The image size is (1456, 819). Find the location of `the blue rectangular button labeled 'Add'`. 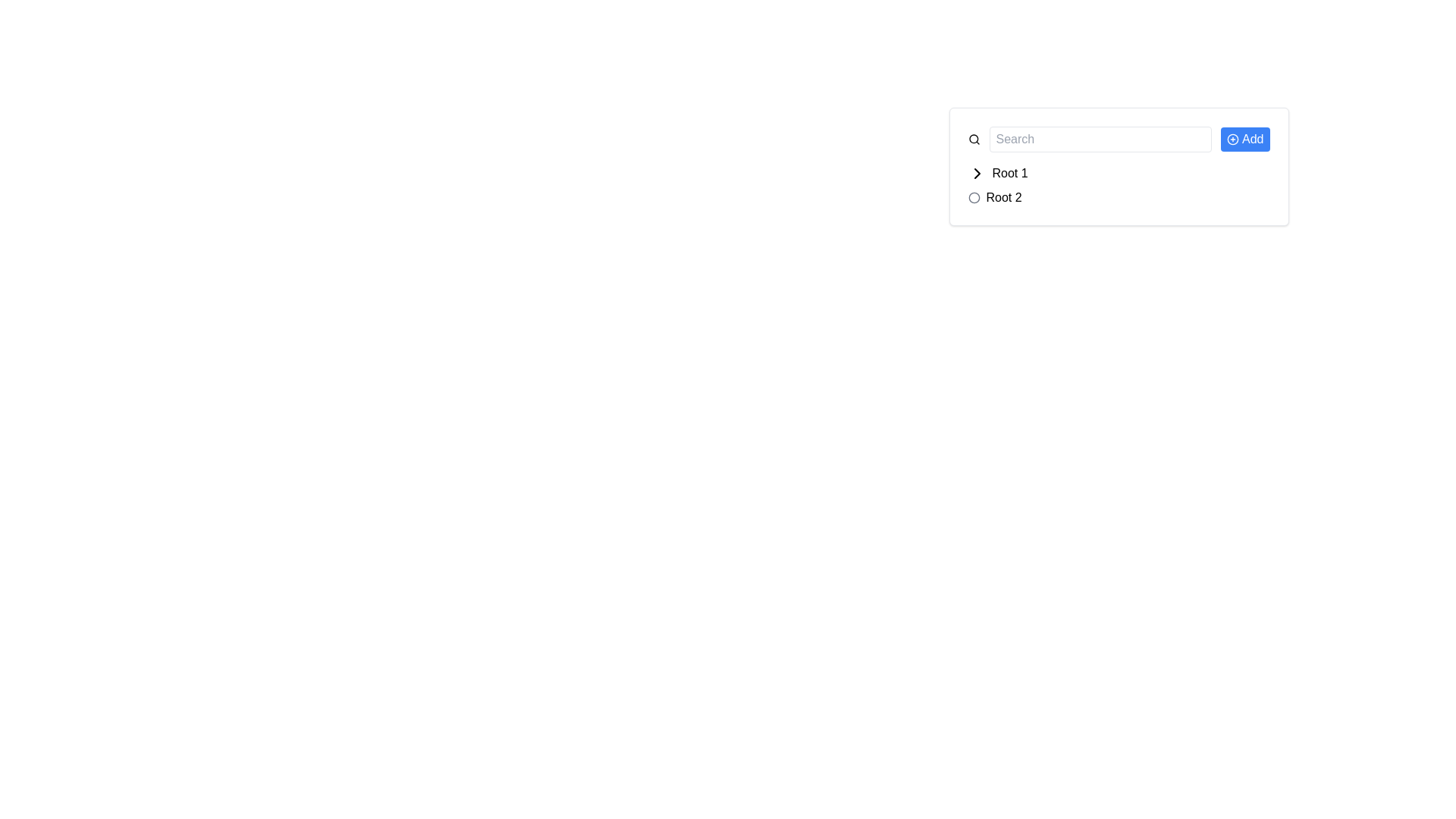

the blue rectangular button labeled 'Add' is located at coordinates (1119, 140).